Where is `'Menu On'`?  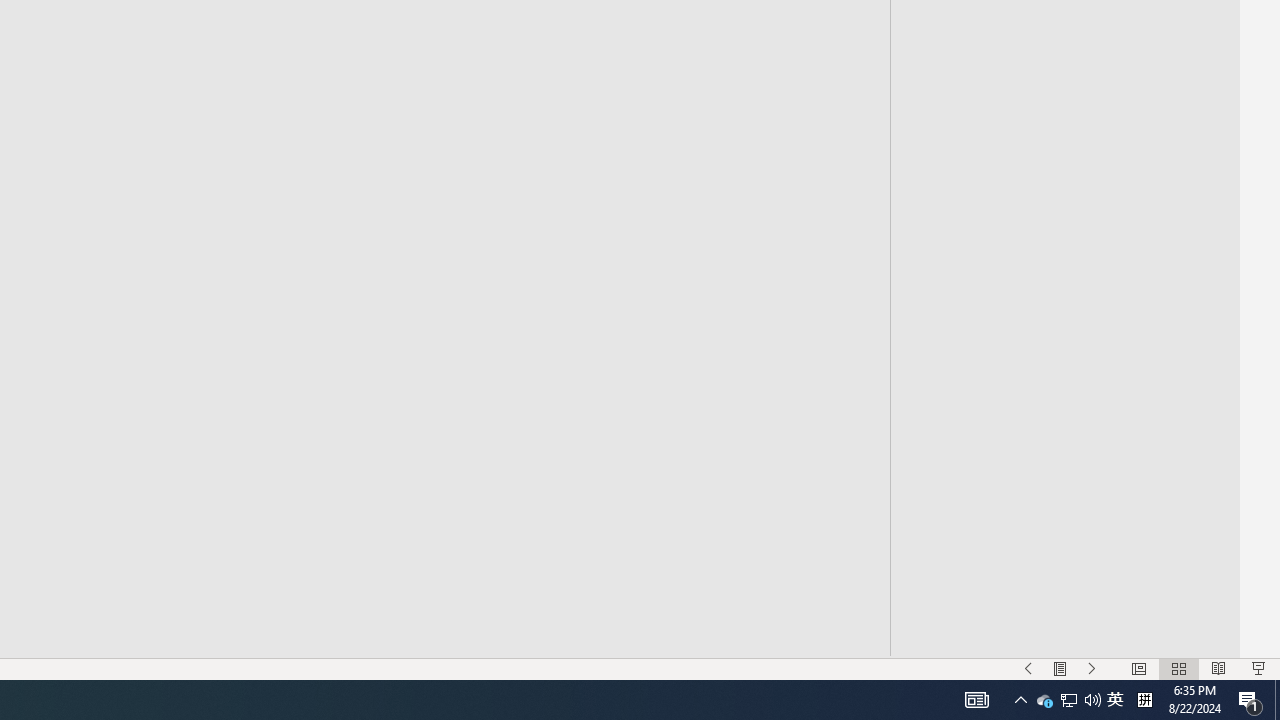
'Menu On' is located at coordinates (1059, 669).